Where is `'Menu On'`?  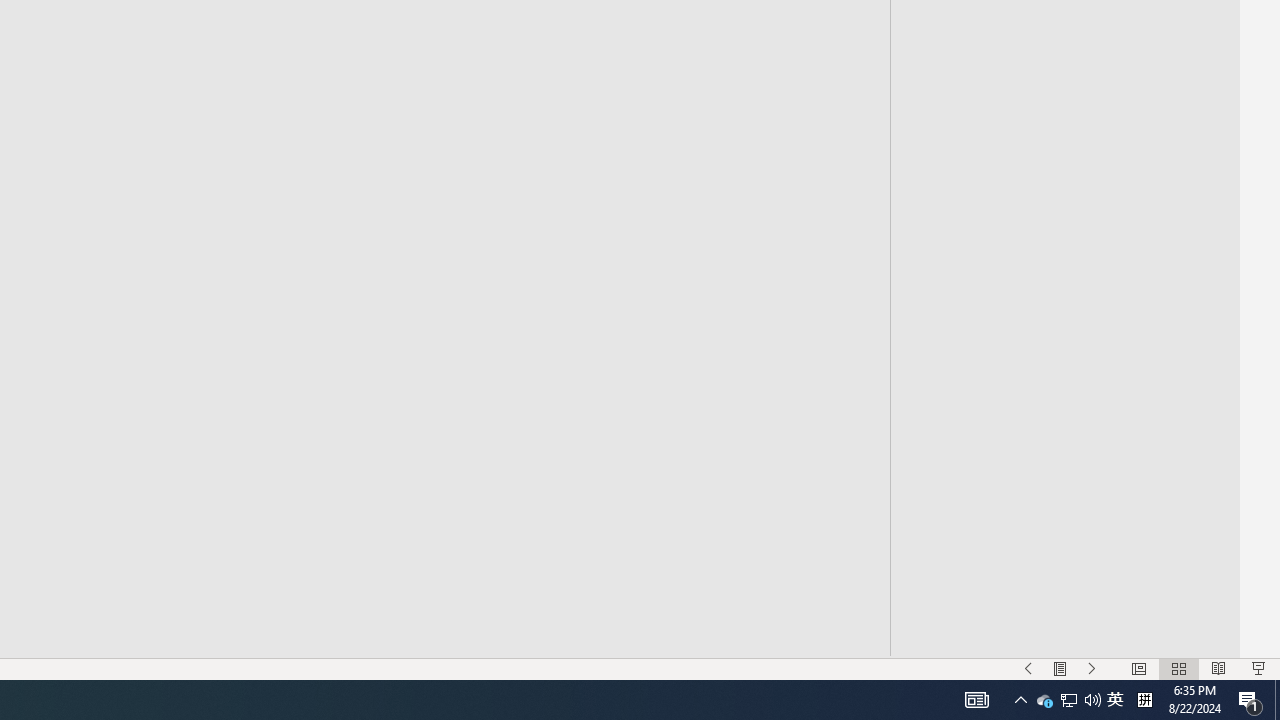
'Menu On' is located at coordinates (1059, 669).